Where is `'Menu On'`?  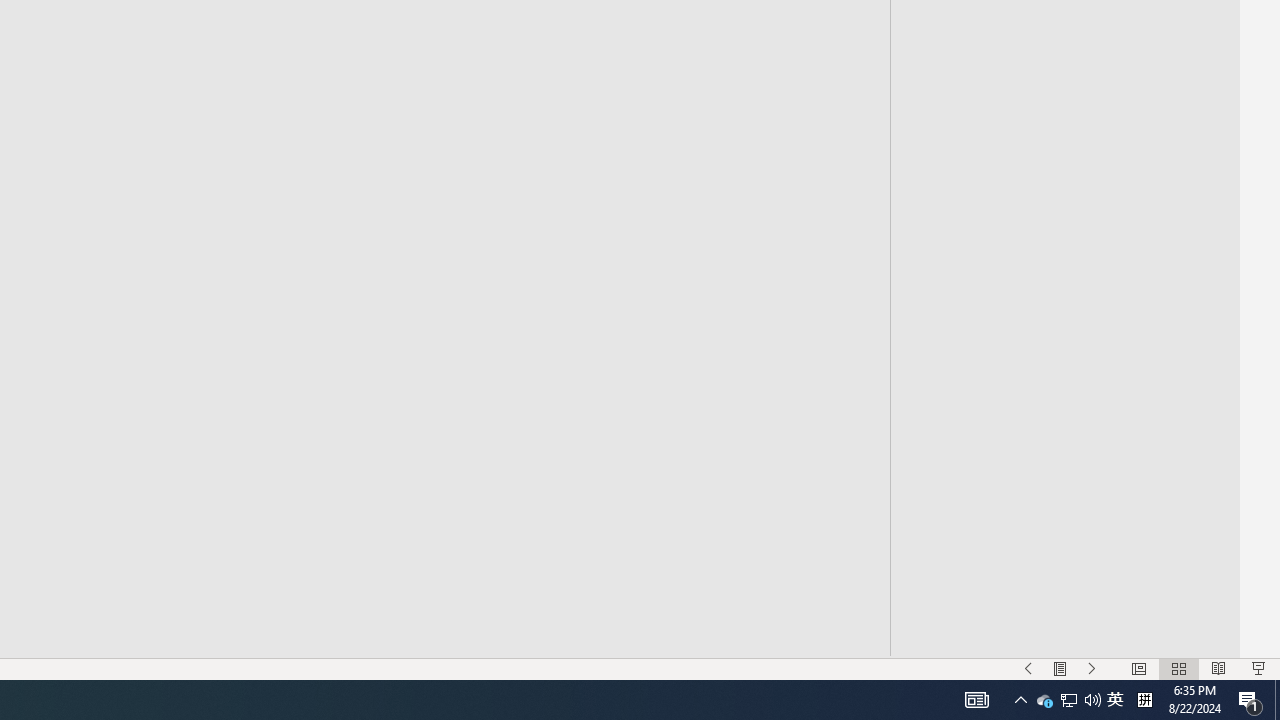
'Menu On' is located at coordinates (1059, 669).